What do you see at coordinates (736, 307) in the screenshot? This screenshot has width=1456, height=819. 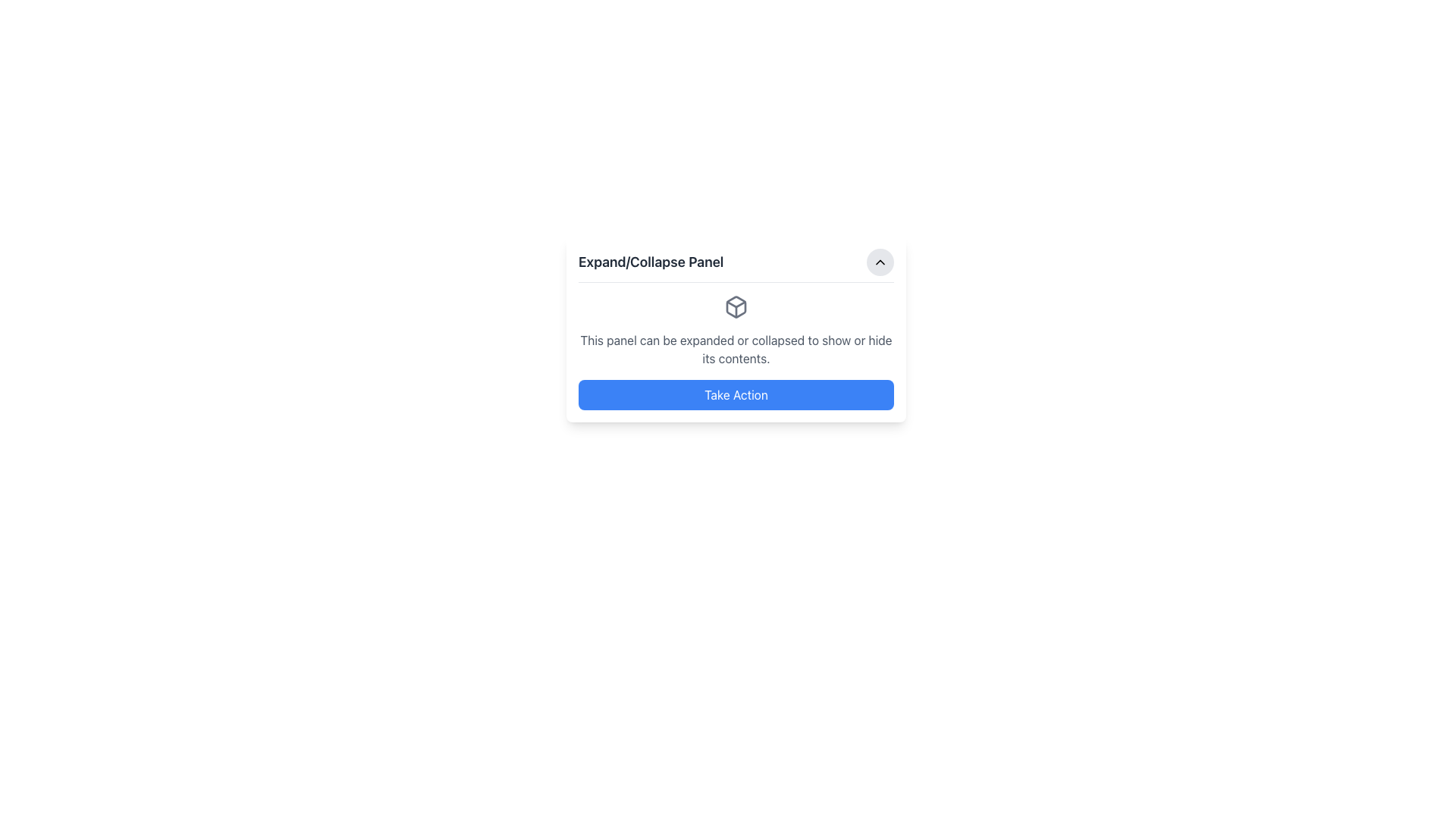 I see `the storage-related icon located at the top of the panel, just above the descriptive text and centered horizontally` at bounding box center [736, 307].